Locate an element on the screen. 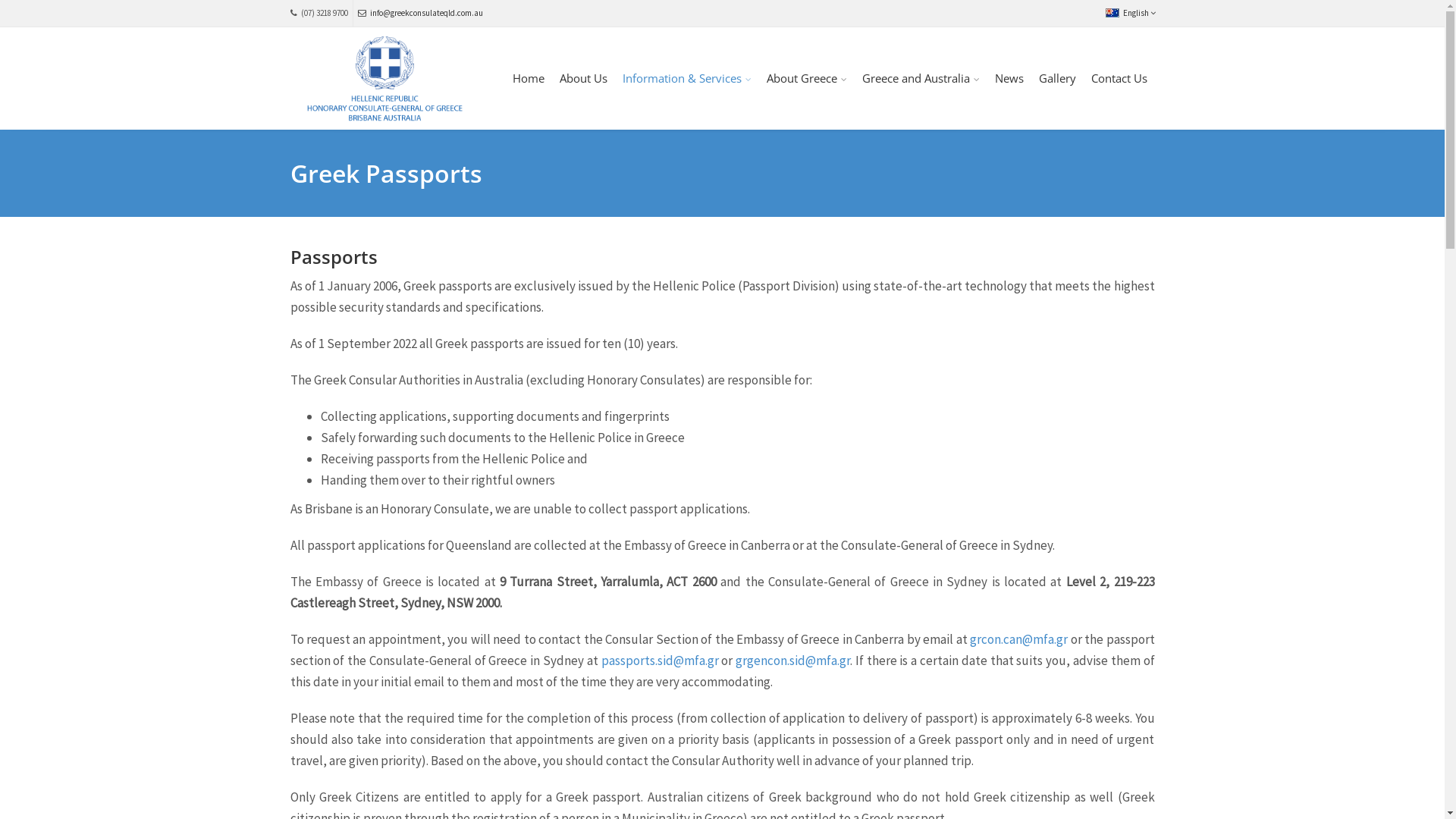 This screenshot has height=819, width=1456. 'info@greekconsulateqld.com.au' is located at coordinates (420, 13).